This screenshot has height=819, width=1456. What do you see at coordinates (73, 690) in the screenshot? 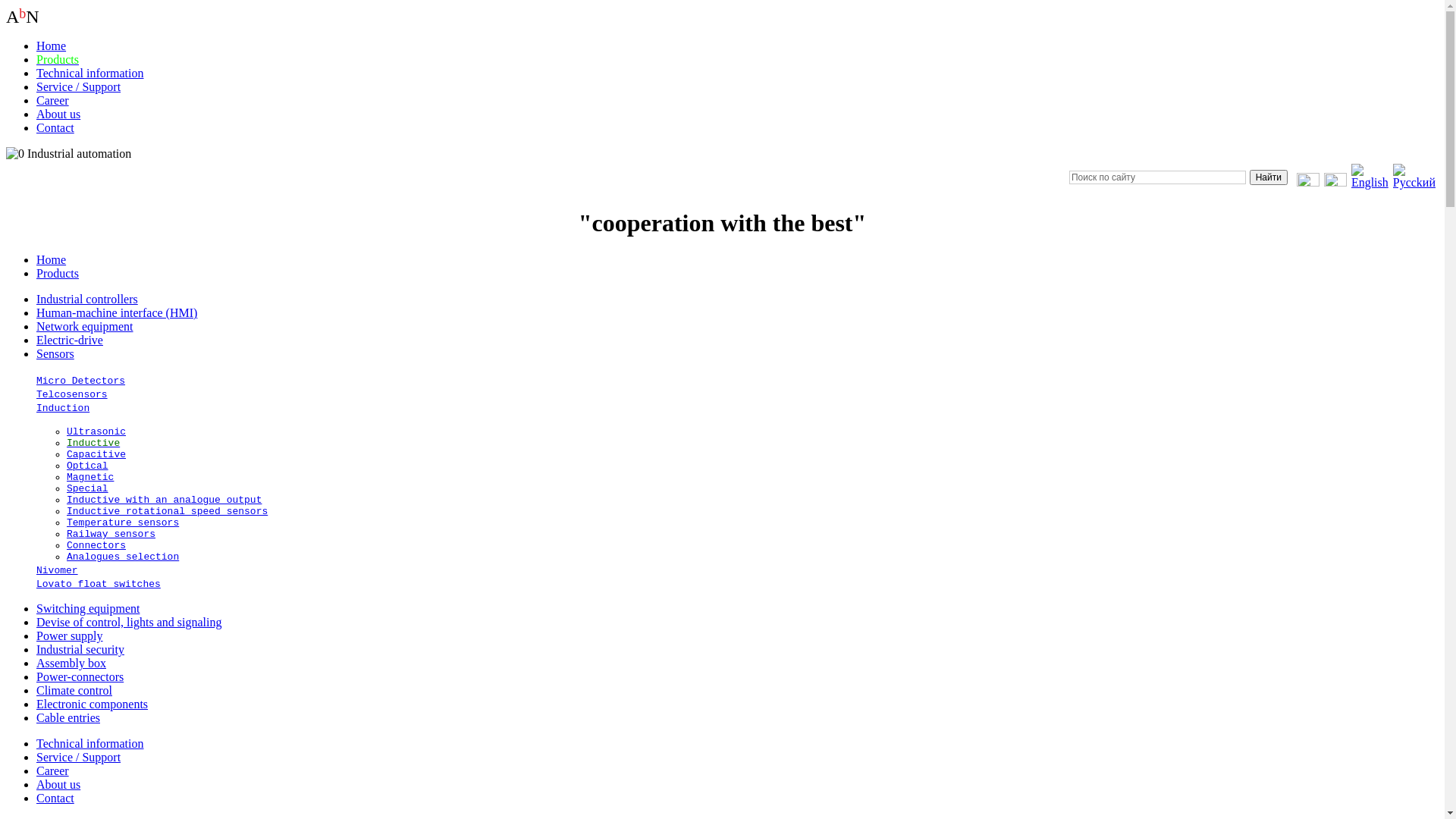
I see `'Climate control'` at bounding box center [73, 690].